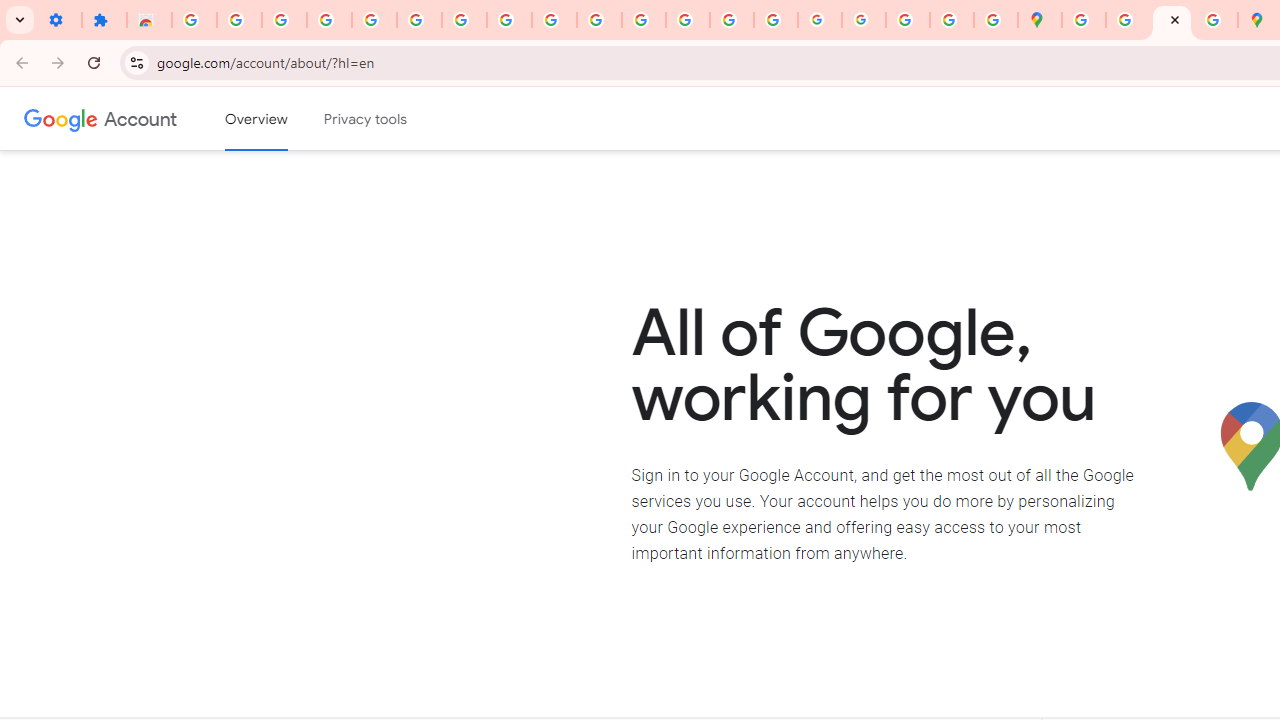 This screenshot has height=720, width=1280. I want to click on 'Delete photos & videos - Computer - Google Photos Help', so click(283, 20).